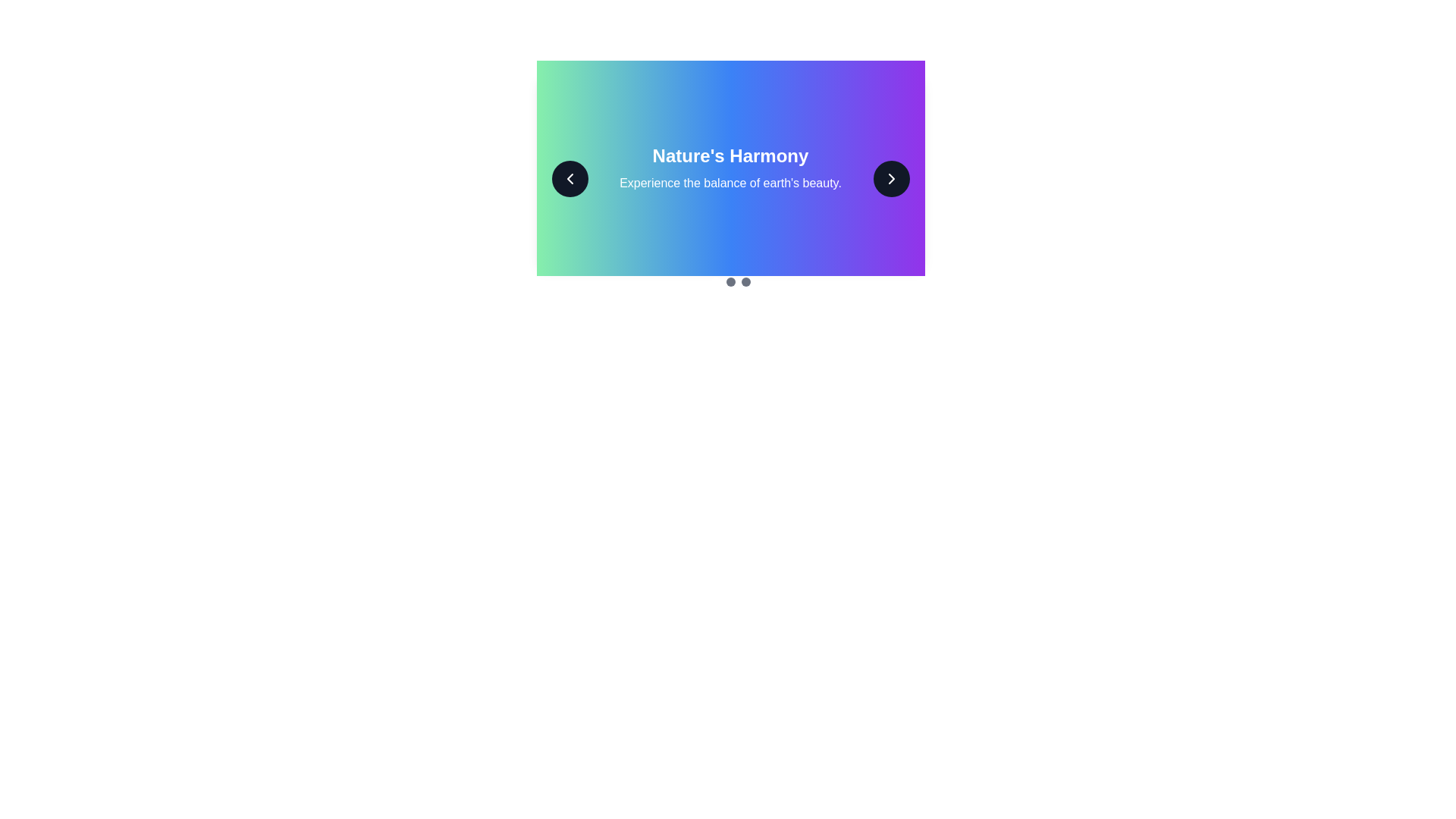 This screenshot has width=1456, height=819. Describe the element at coordinates (730, 281) in the screenshot. I see `the second circular gray icon in a group of three, located below the main content area of the card-like section` at that location.